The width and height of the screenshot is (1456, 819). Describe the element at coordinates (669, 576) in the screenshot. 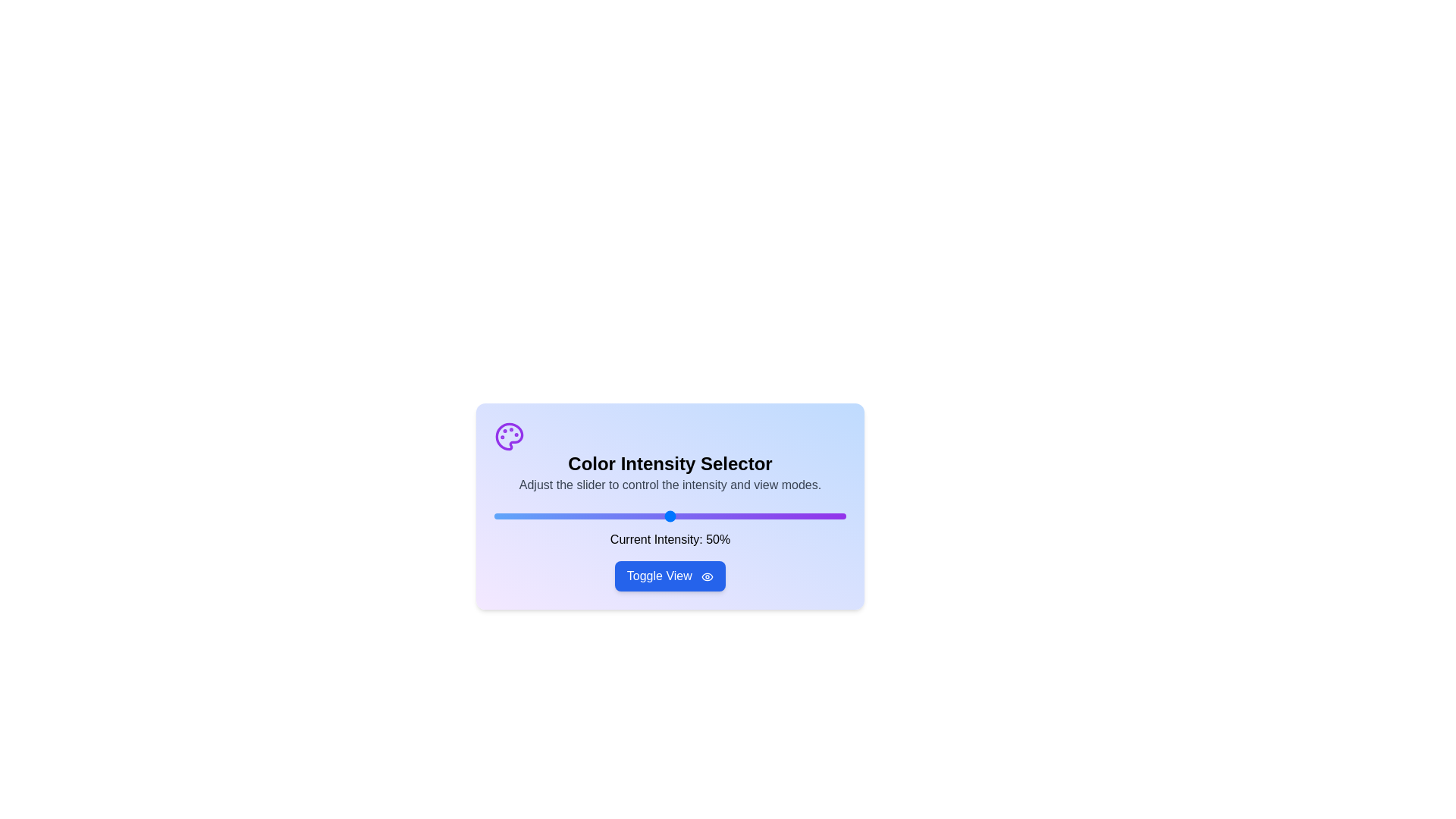

I see `the 'Toggle View' button to switch the view mode` at that location.